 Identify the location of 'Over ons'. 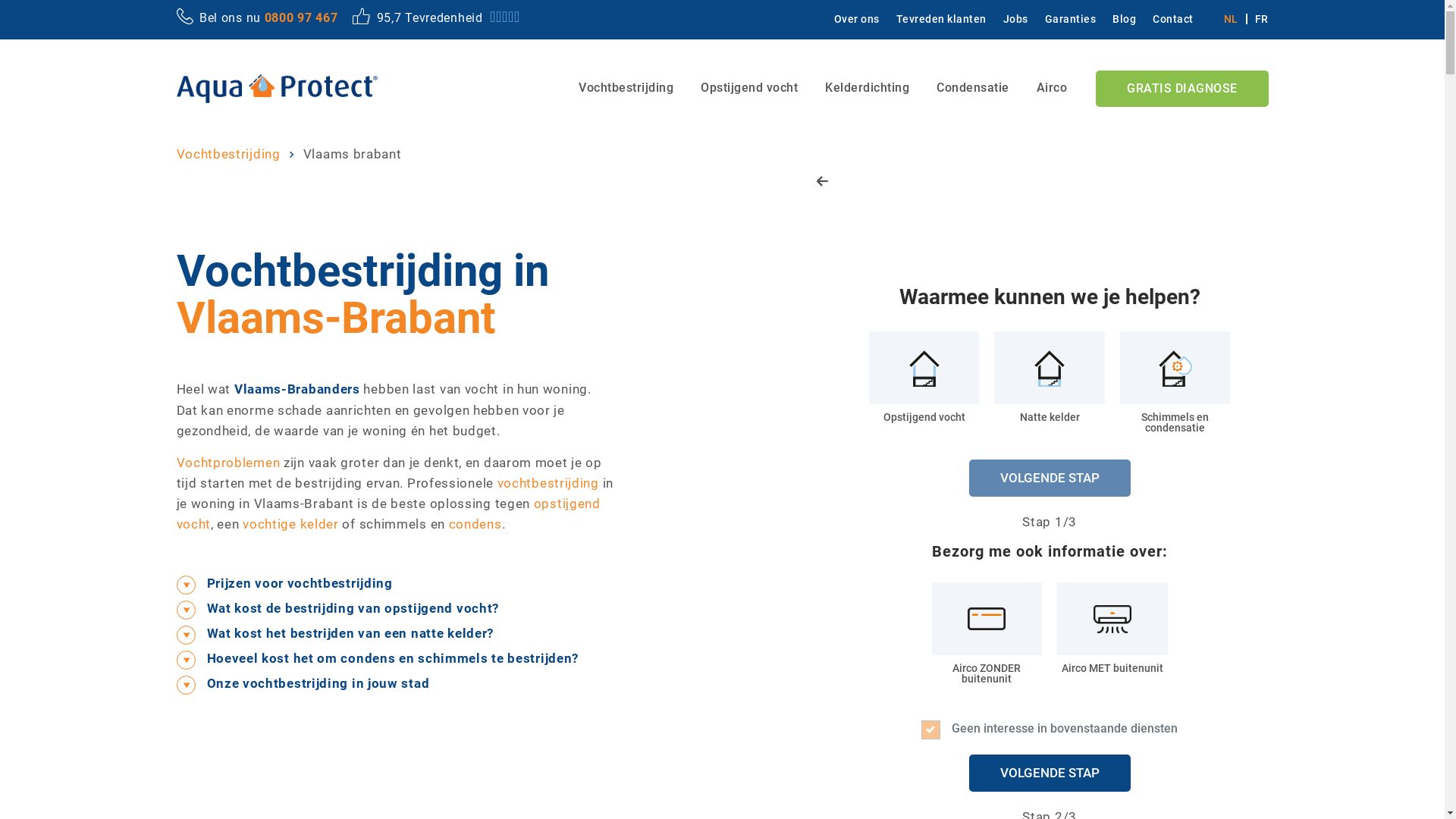
(851, 18).